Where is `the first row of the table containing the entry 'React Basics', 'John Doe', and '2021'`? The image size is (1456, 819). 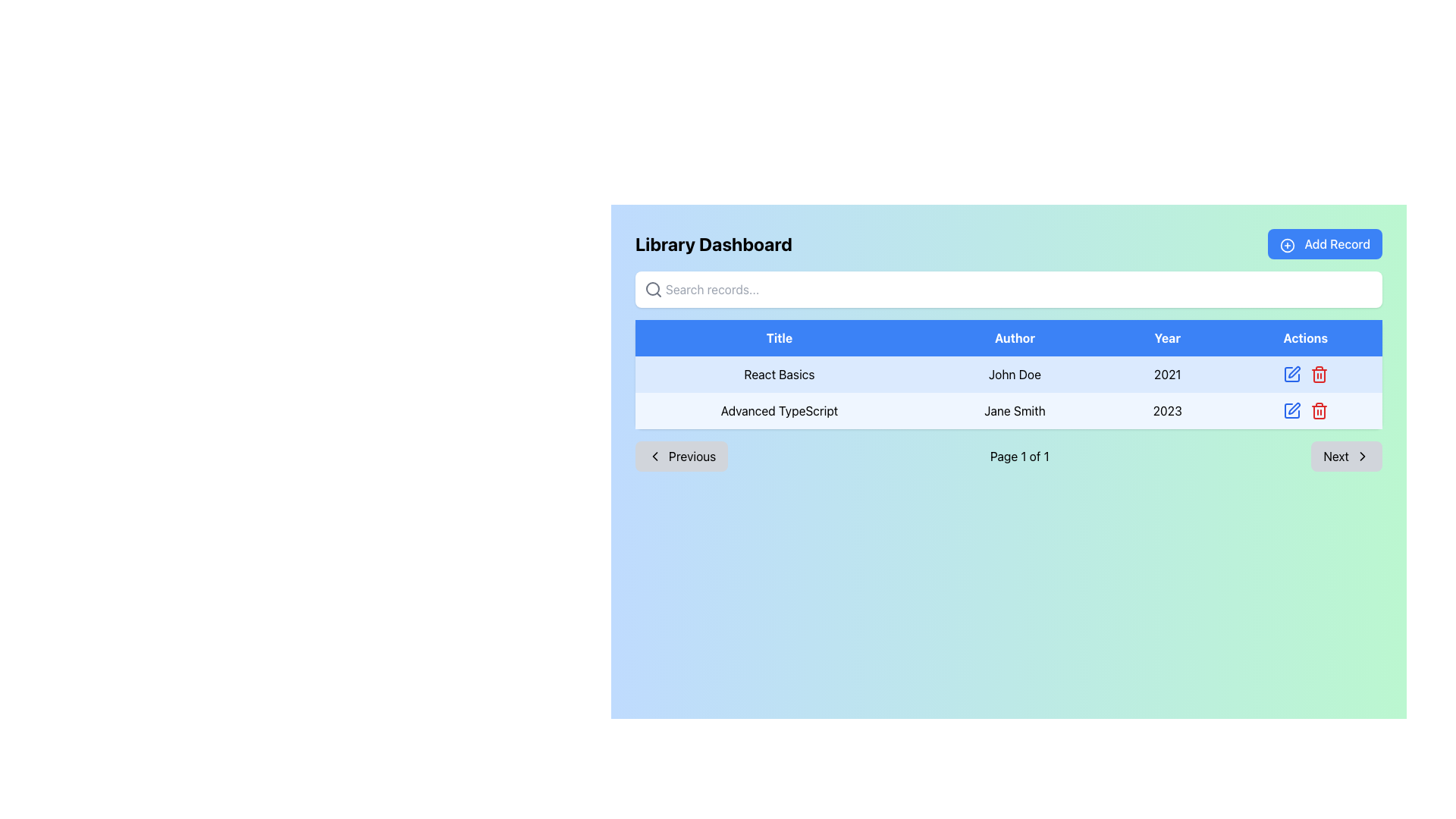 the first row of the table containing the entry 'React Basics', 'John Doe', and '2021' is located at coordinates (1009, 374).